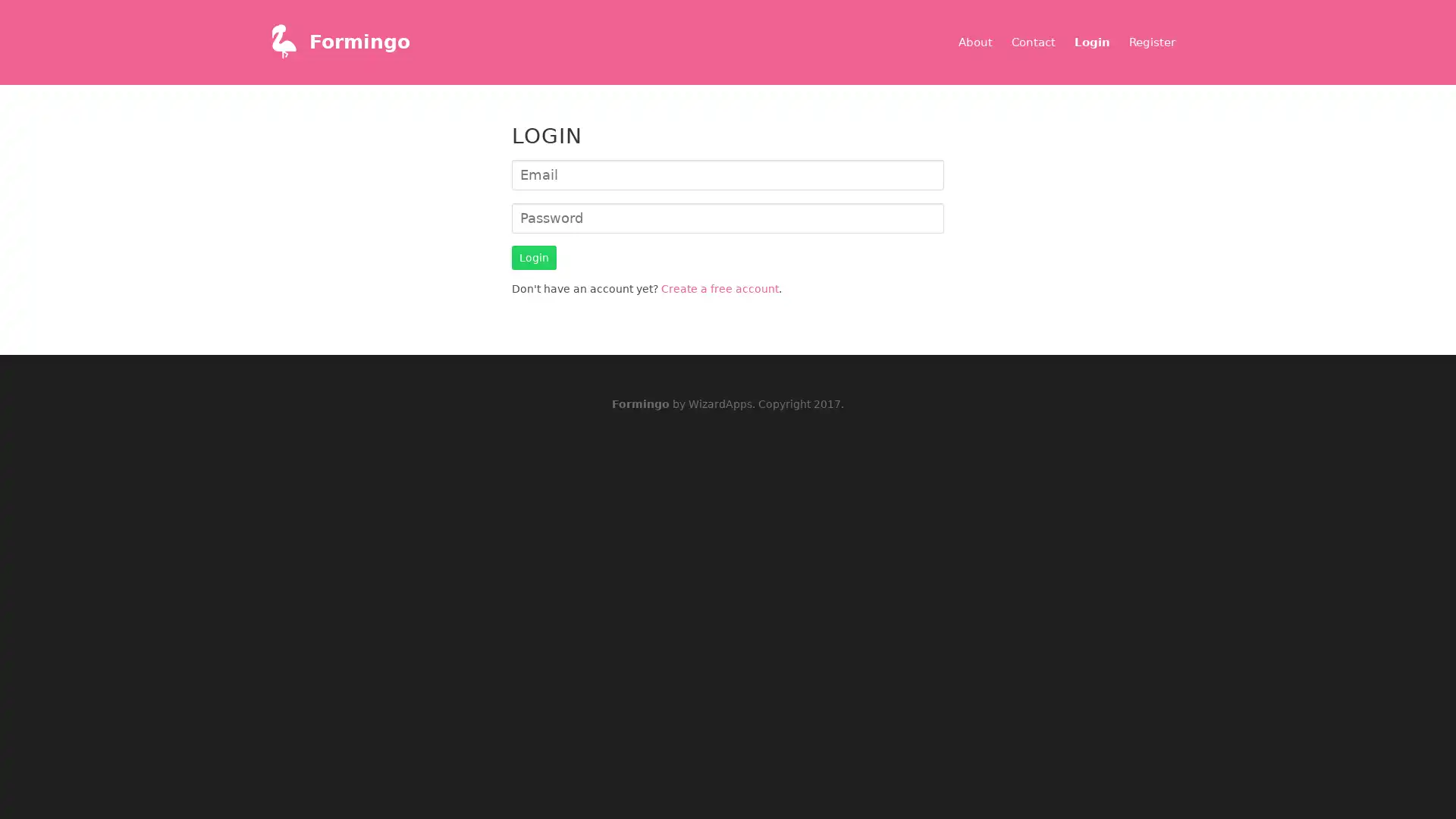 The height and width of the screenshot is (819, 1456). What do you see at coordinates (534, 256) in the screenshot?
I see `Login` at bounding box center [534, 256].